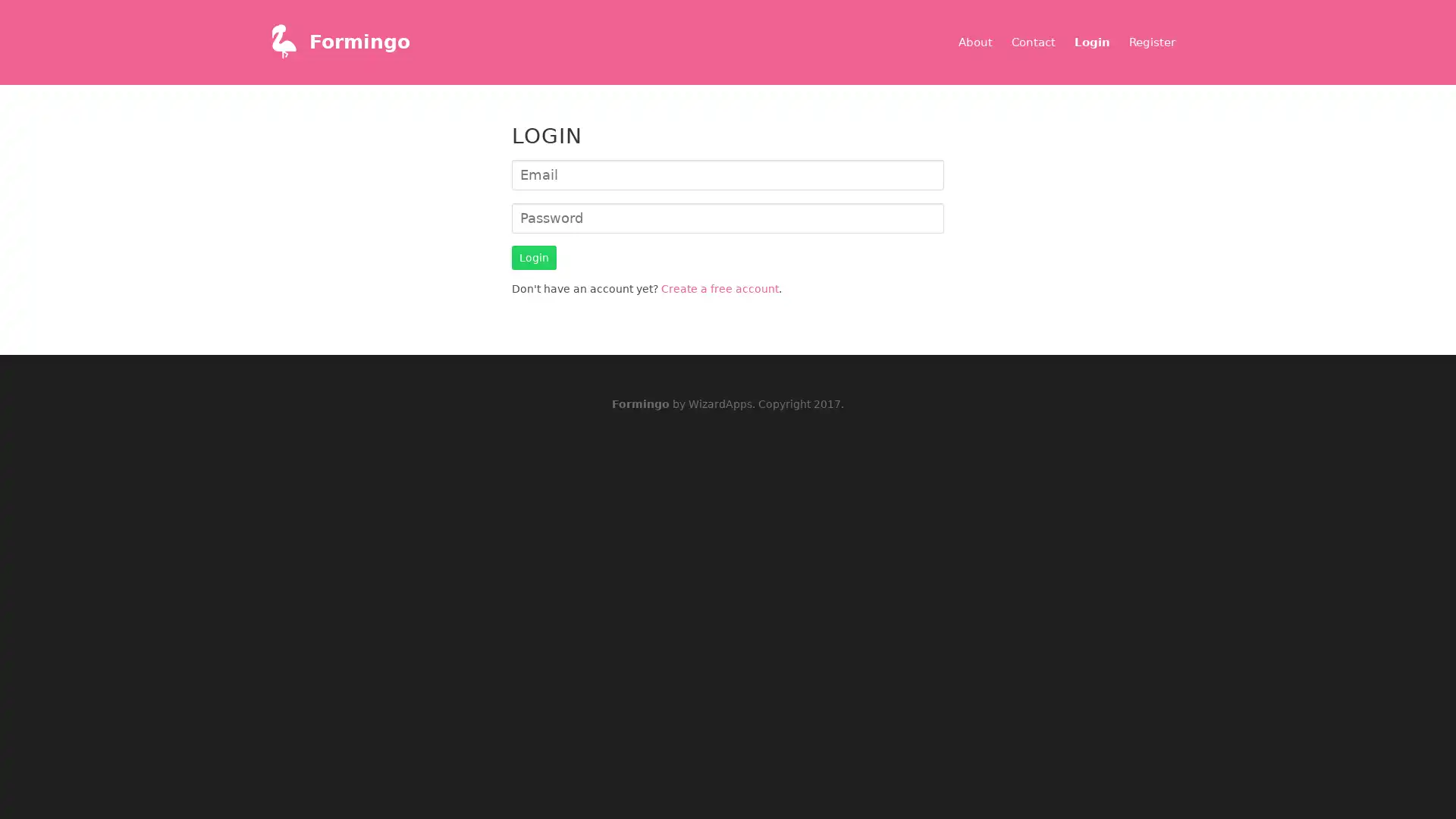 The height and width of the screenshot is (819, 1456). What do you see at coordinates (534, 256) in the screenshot?
I see `Login` at bounding box center [534, 256].